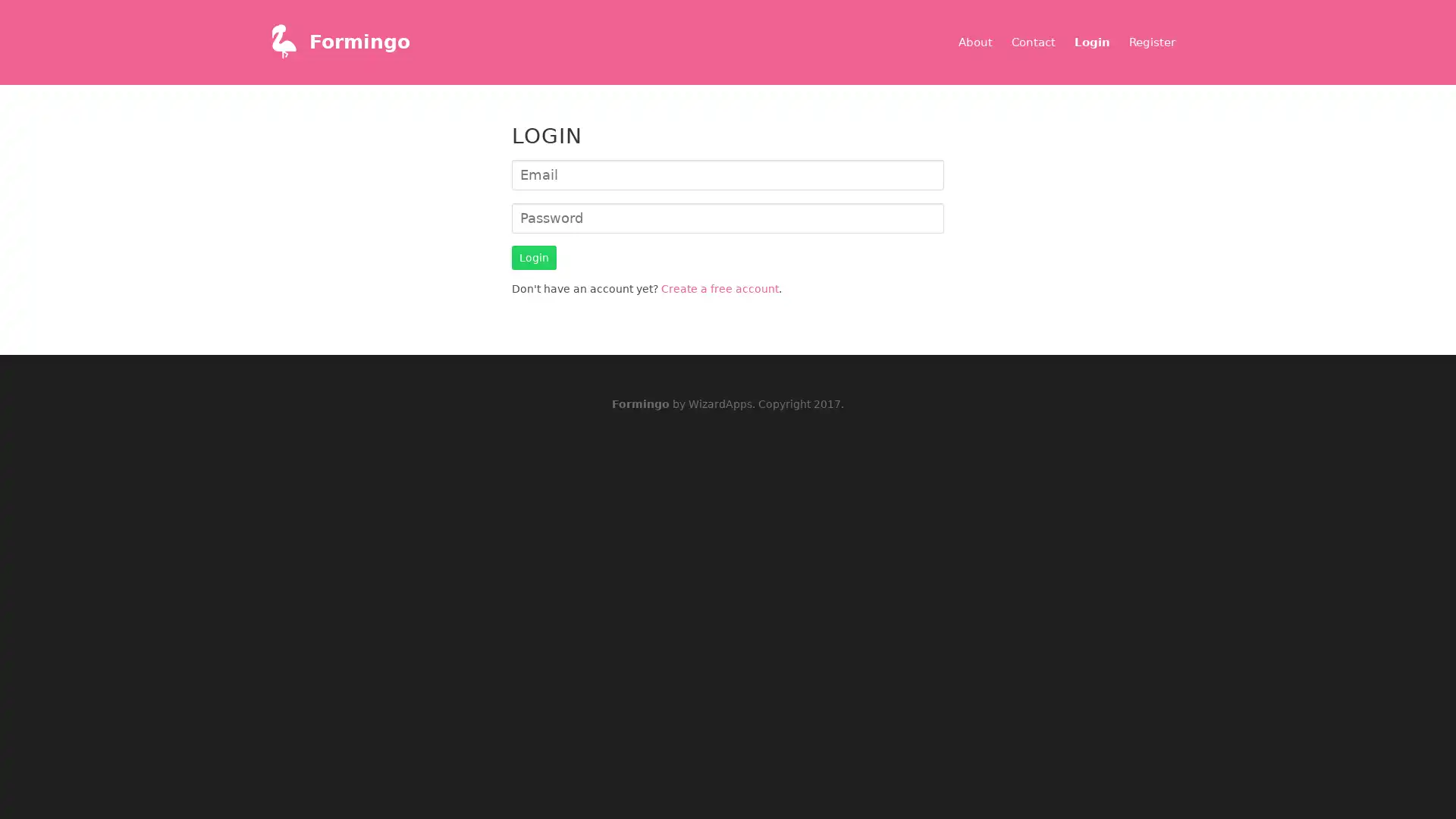 The height and width of the screenshot is (819, 1456). What do you see at coordinates (534, 256) in the screenshot?
I see `Login` at bounding box center [534, 256].